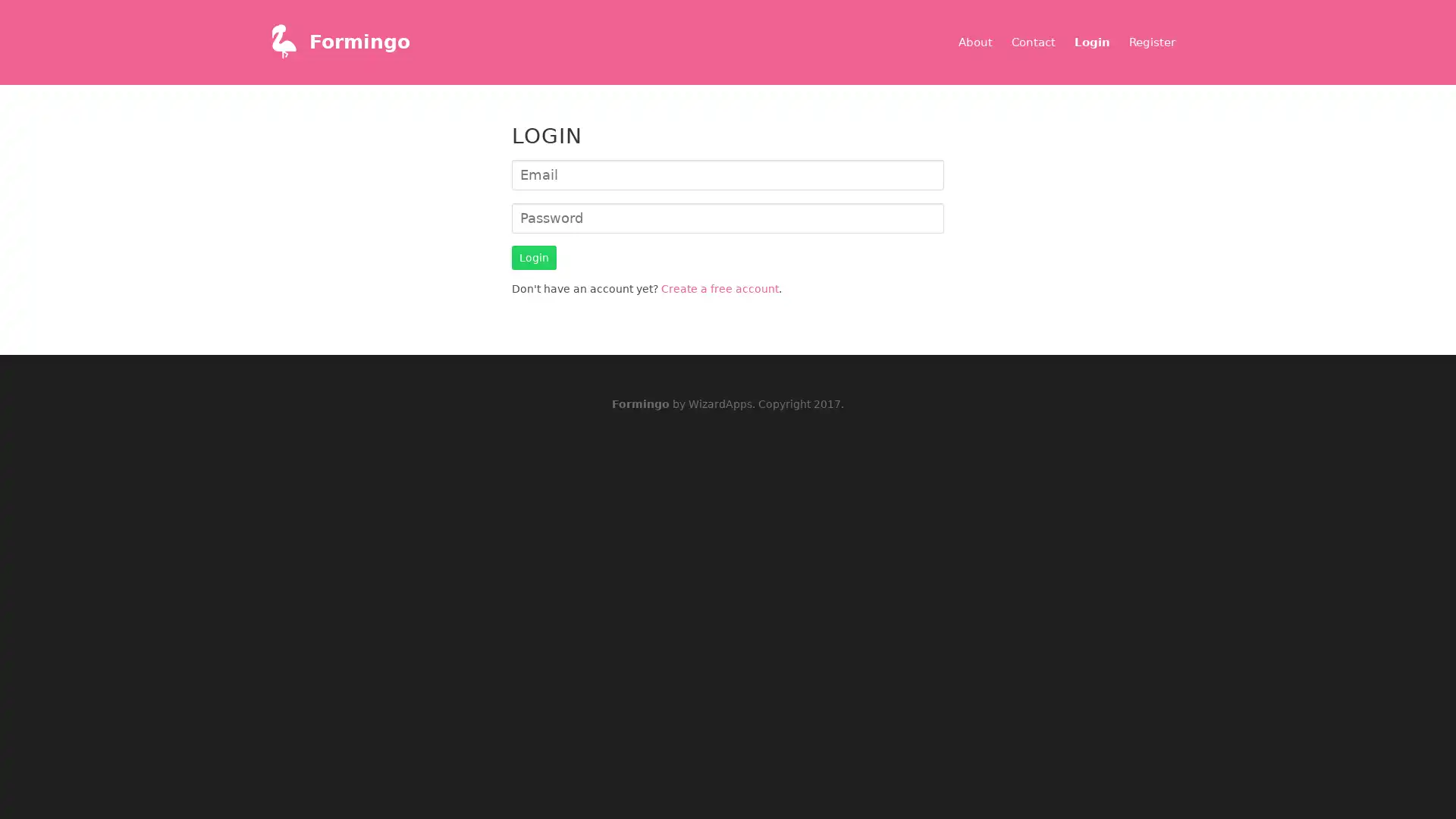 The height and width of the screenshot is (819, 1456). What do you see at coordinates (534, 256) in the screenshot?
I see `Login` at bounding box center [534, 256].